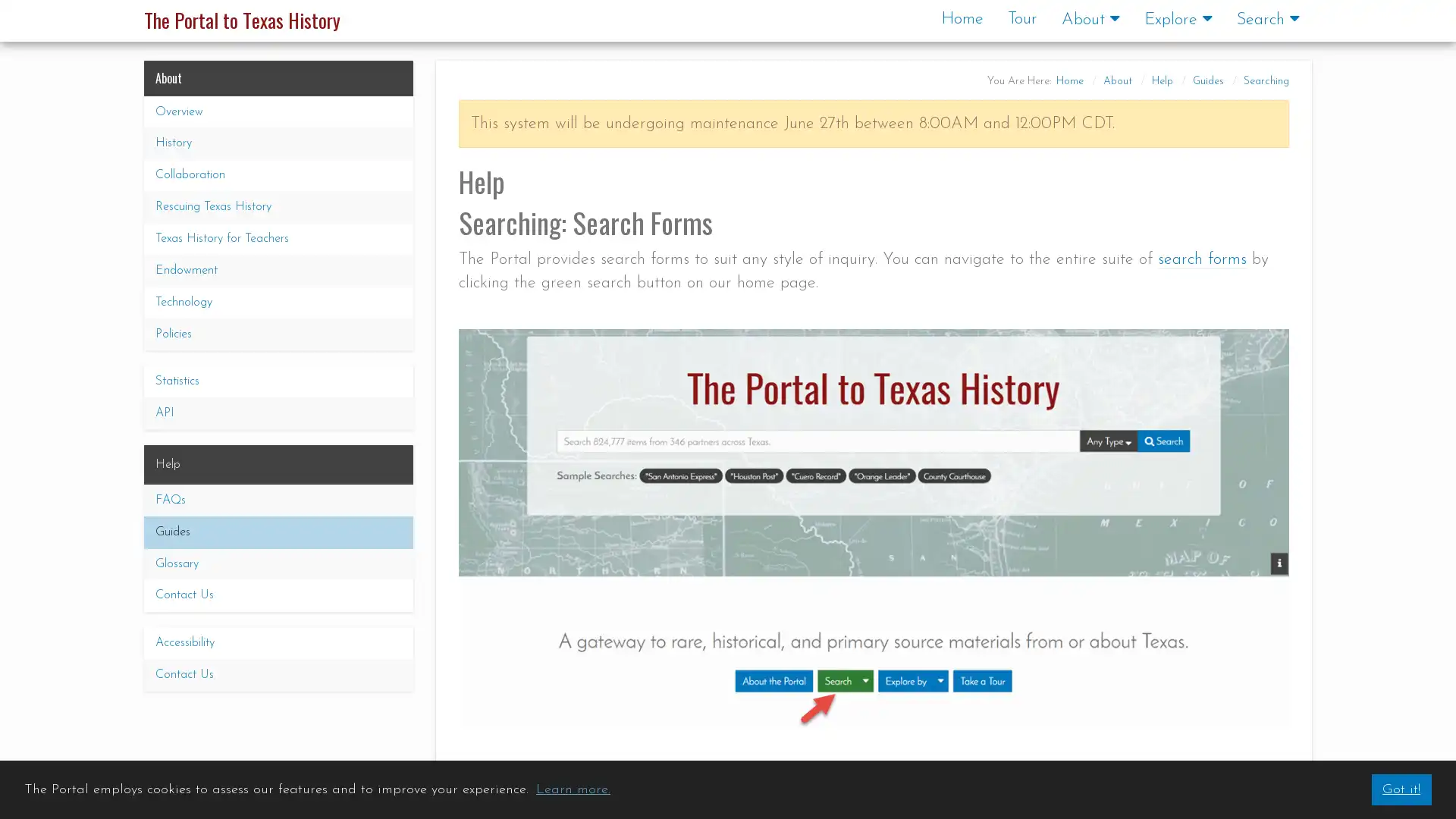  Describe the element at coordinates (1400, 789) in the screenshot. I see `dismiss cookie message` at that location.